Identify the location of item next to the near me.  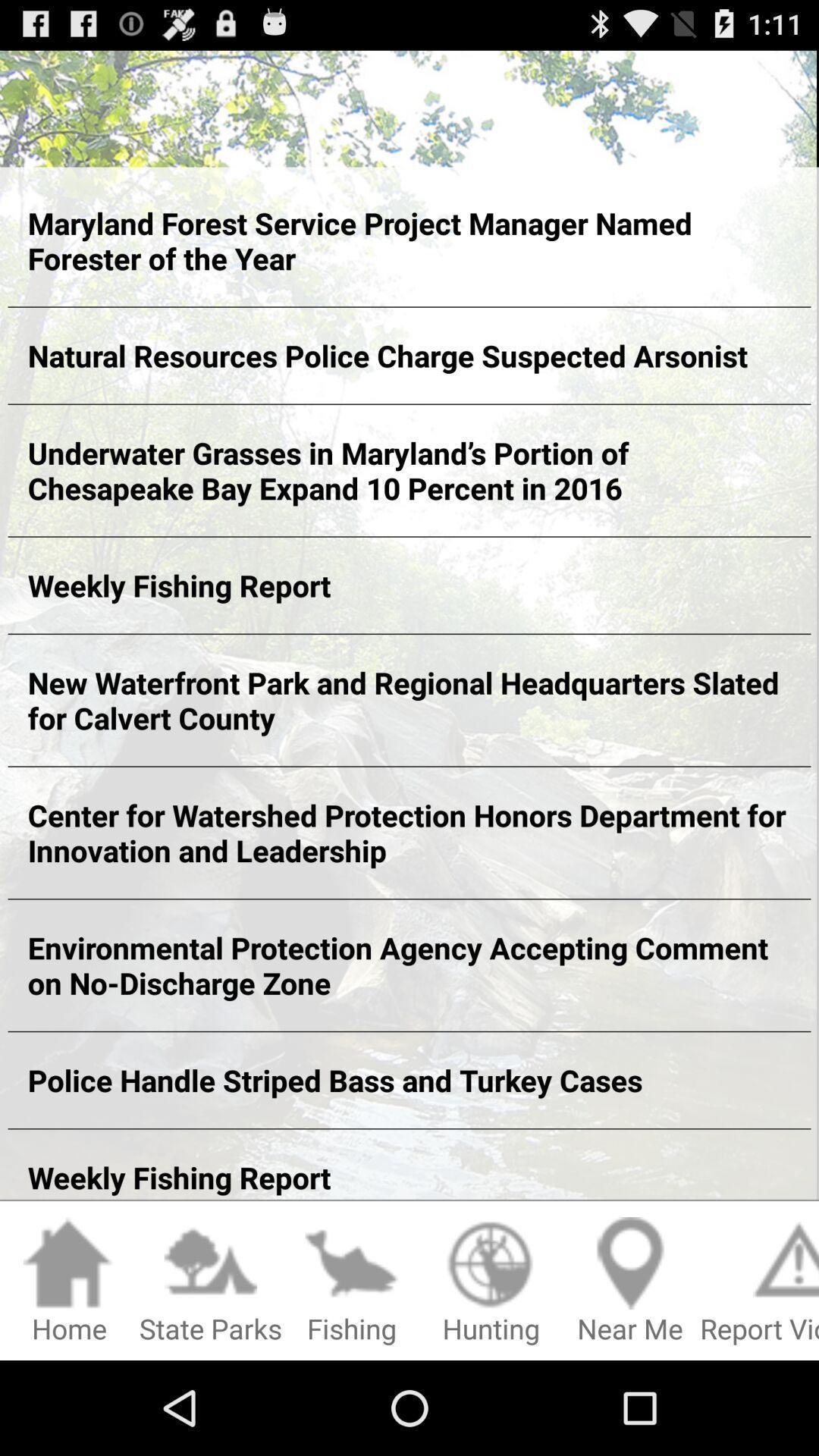
(491, 1281).